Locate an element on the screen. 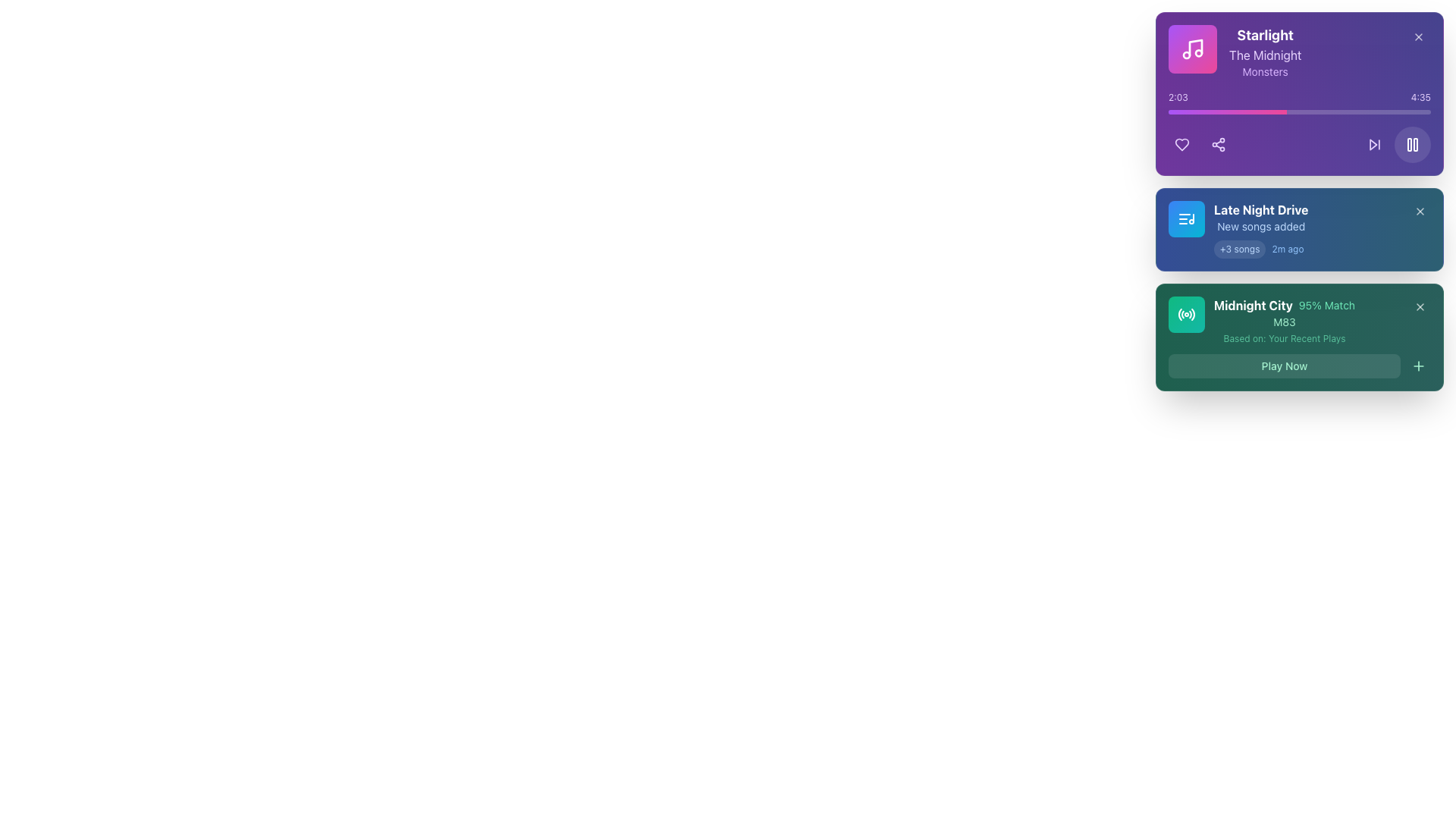 The width and height of the screenshot is (1456, 819). the pause button in the music playback interface is located at coordinates (1411, 145).